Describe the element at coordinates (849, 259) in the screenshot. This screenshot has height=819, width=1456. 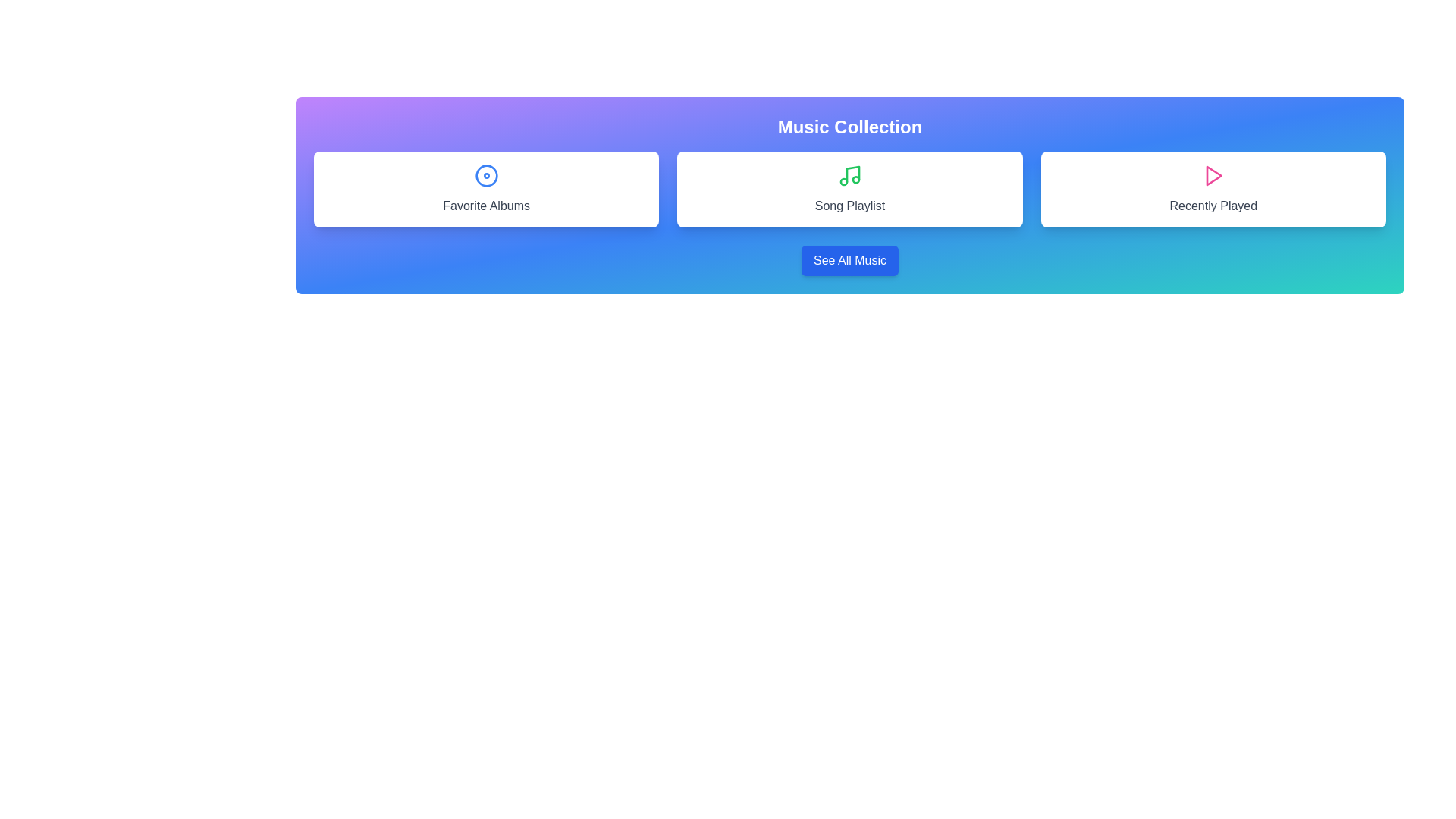
I see `the navigation button located at the bottom center of the 'Music Collection' section` at that location.